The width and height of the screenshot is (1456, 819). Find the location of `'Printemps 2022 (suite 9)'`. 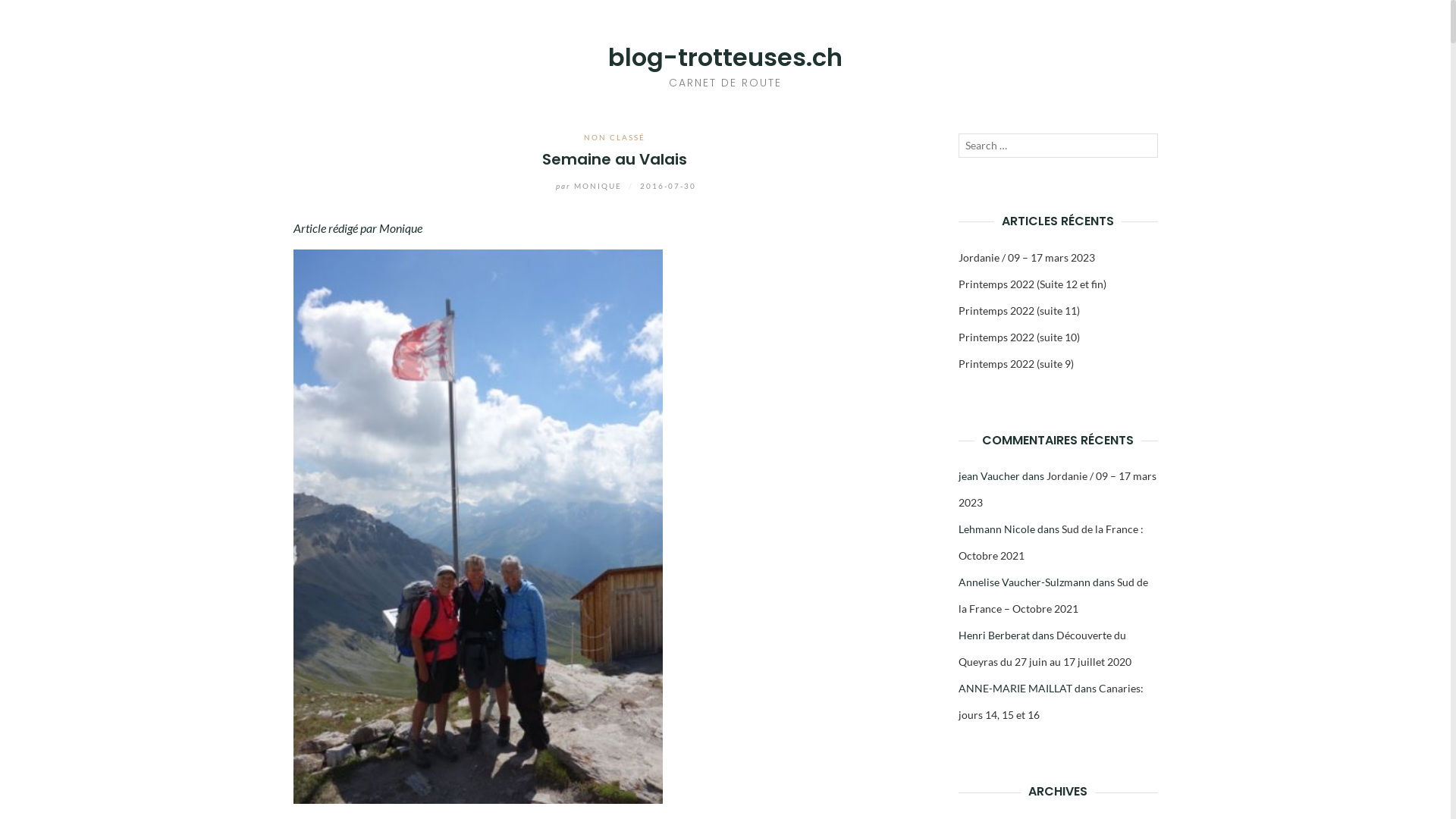

'Printemps 2022 (suite 9)' is located at coordinates (1015, 363).